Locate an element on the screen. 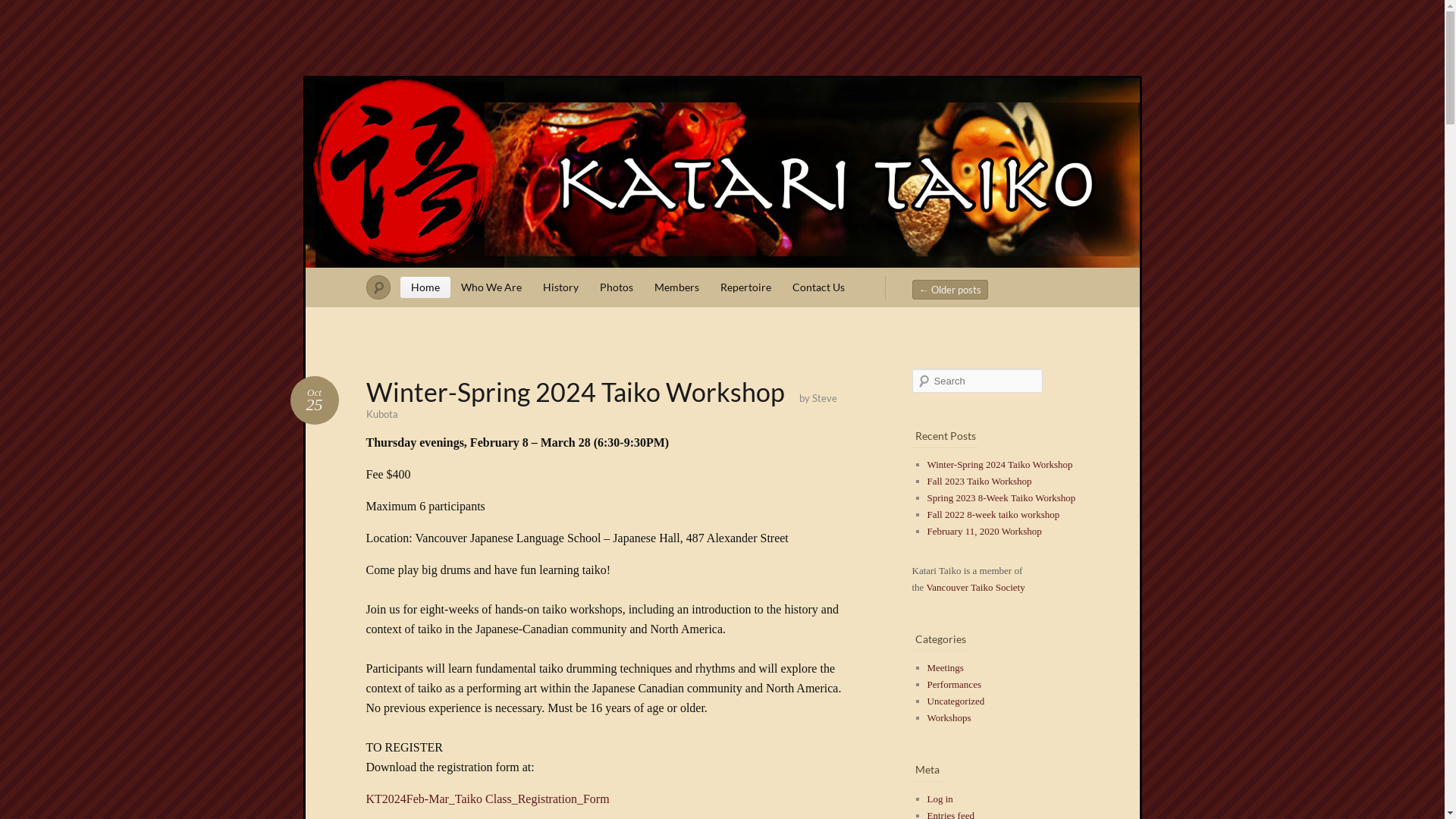  'Workshops' is located at coordinates (926, 717).